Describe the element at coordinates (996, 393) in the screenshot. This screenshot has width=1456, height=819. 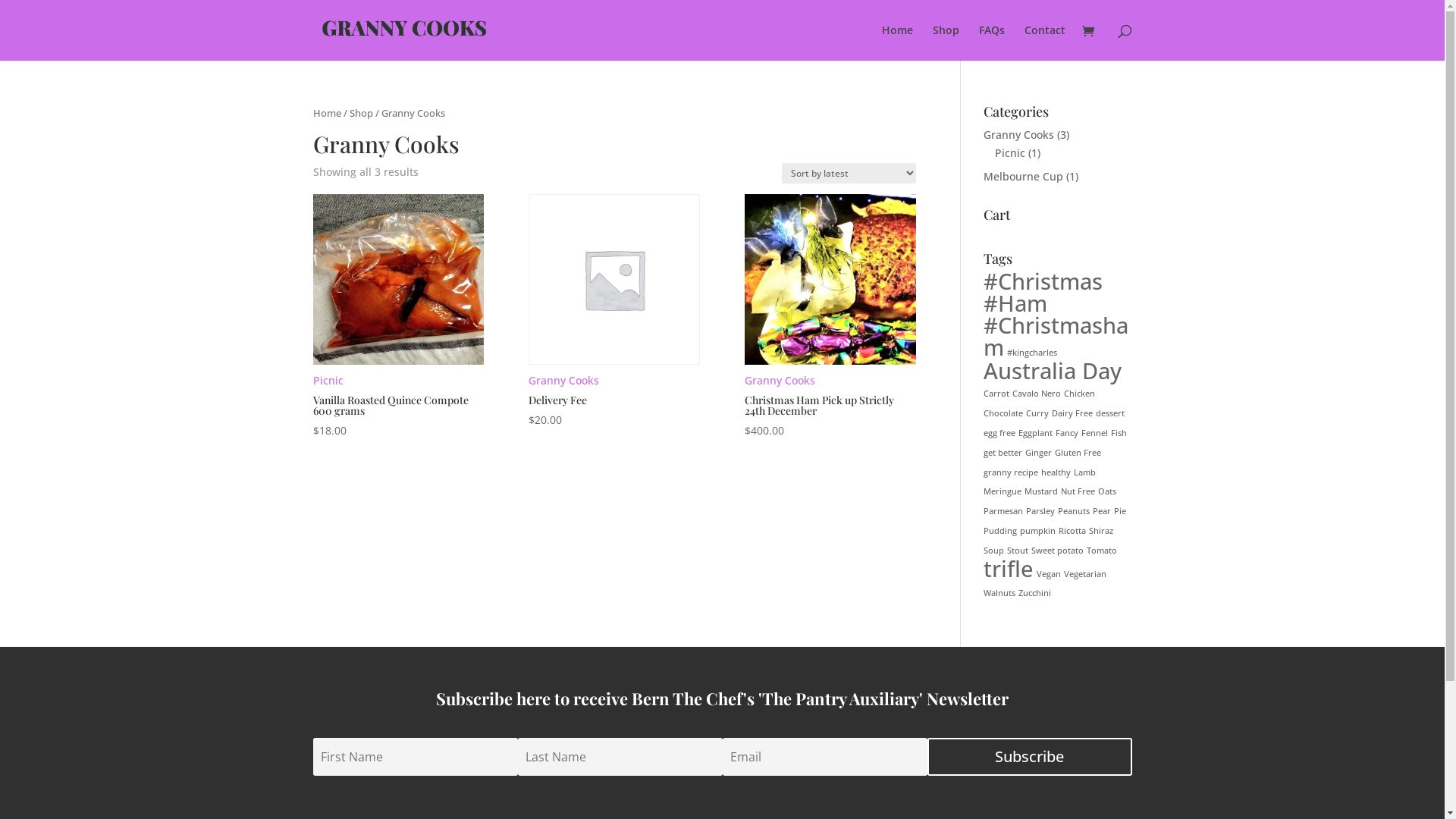
I see `'Carrot'` at that location.